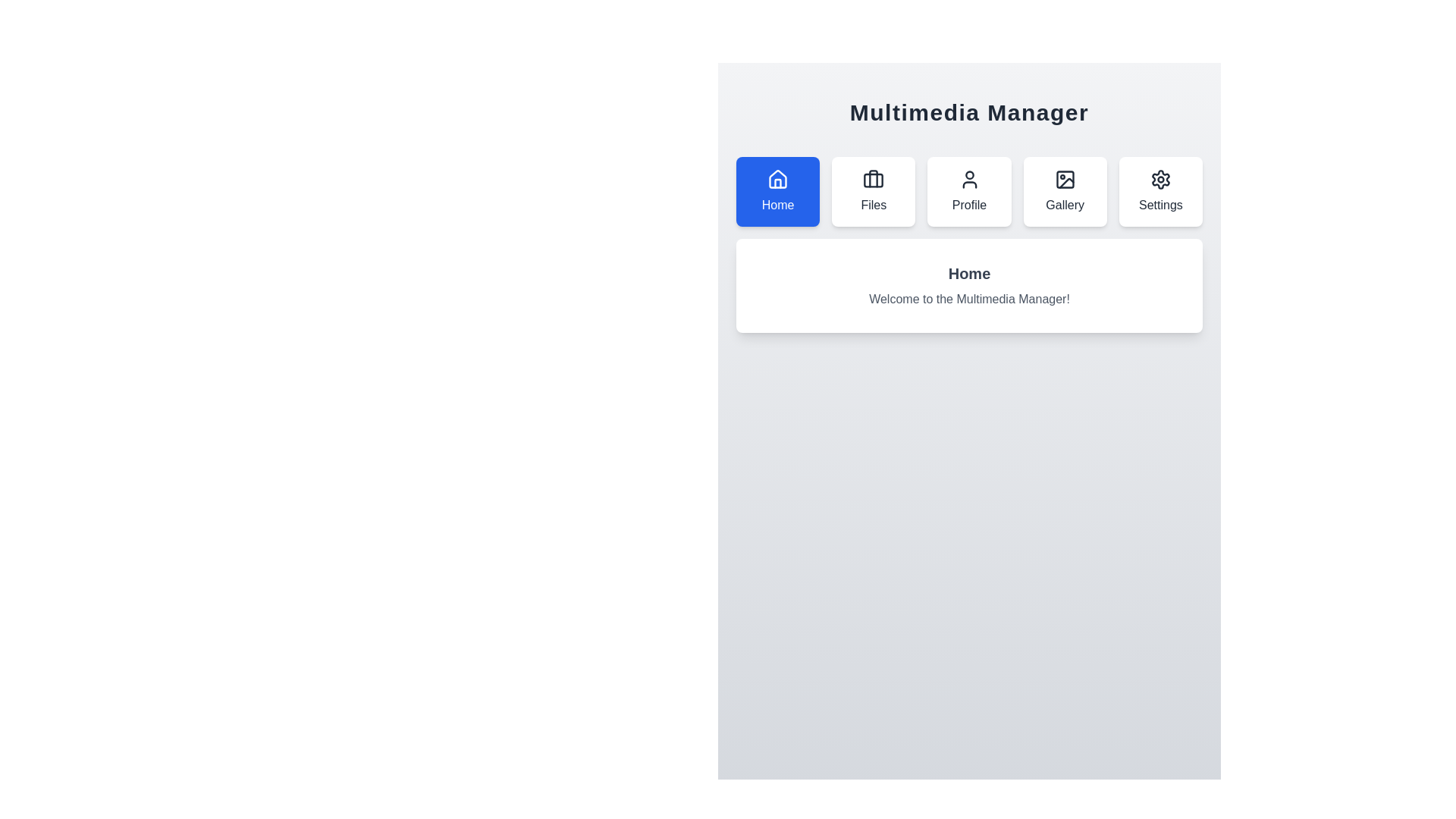  What do you see at coordinates (1064, 178) in the screenshot?
I see `the Gallery icon located in the main navigation bar, centered above the text label 'Gallery'` at bounding box center [1064, 178].